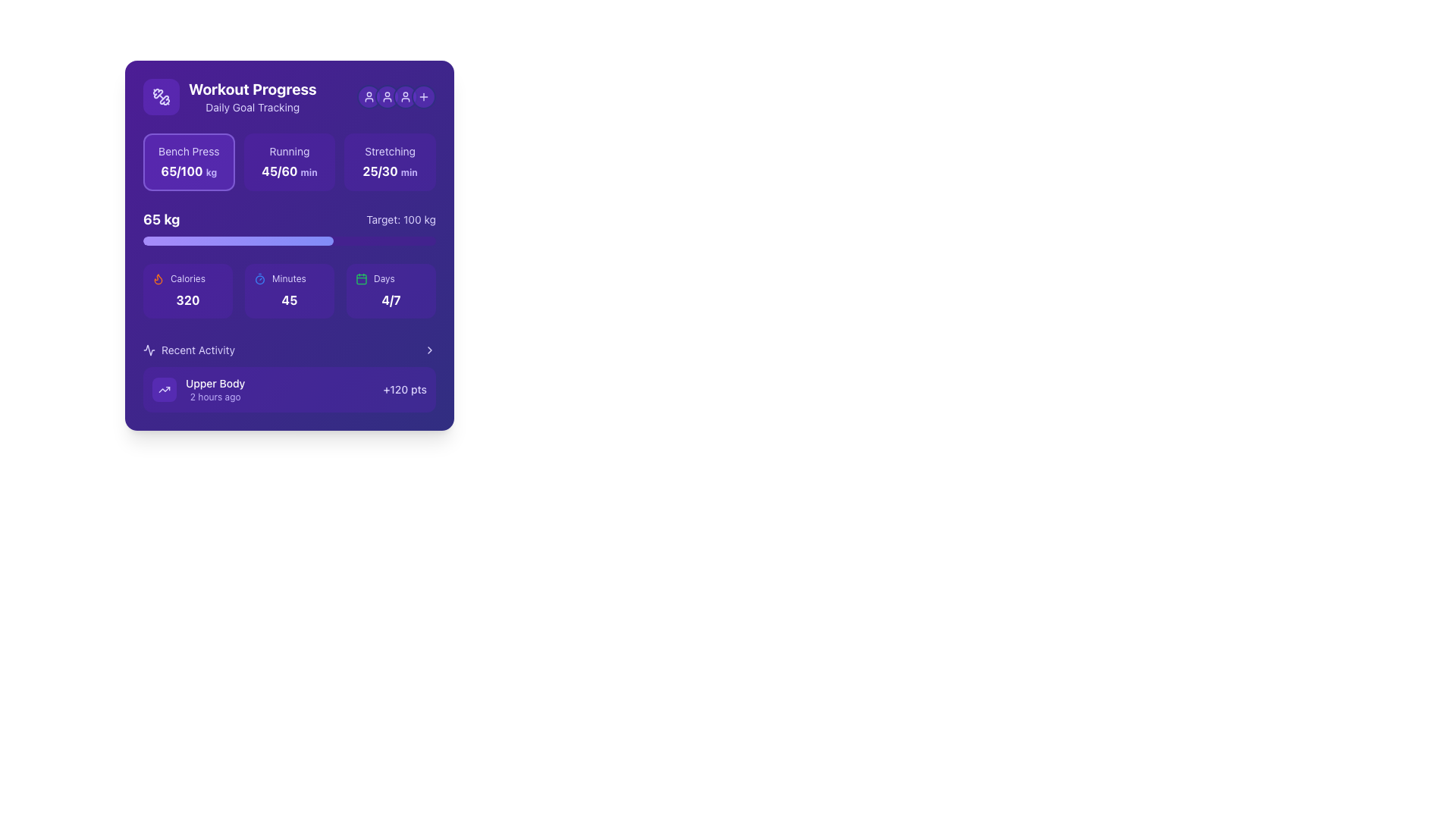 The image size is (1456, 819). I want to click on the informational card panel displaying 'Calories' with a flame icon, which has a violet background and shows '320' in bold white text, located in the first column of the layout, so click(187, 291).